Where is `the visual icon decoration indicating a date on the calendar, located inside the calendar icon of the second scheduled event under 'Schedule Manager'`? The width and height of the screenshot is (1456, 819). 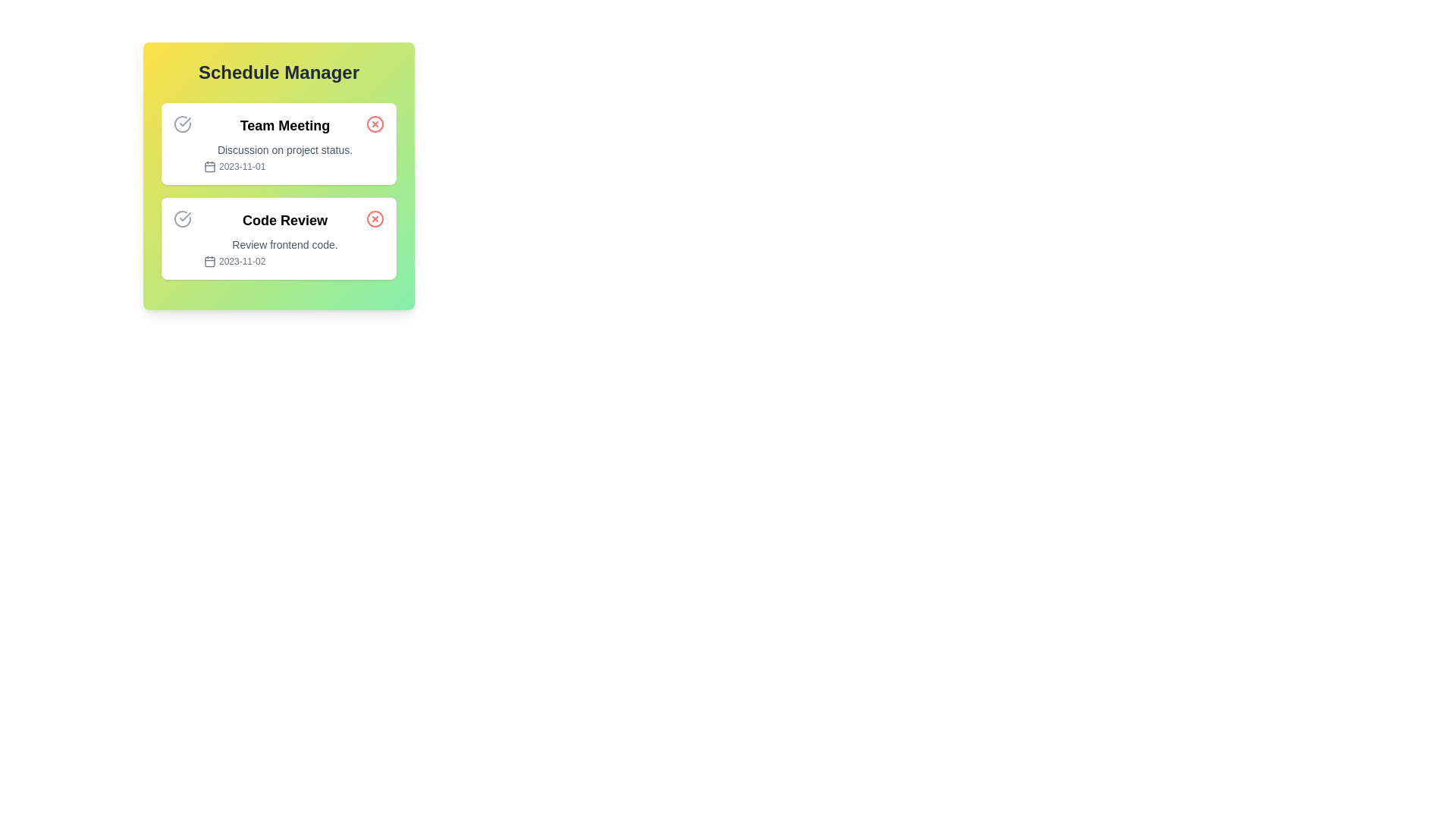 the visual icon decoration indicating a date on the calendar, located inside the calendar icon of the second scheduled event under 'Schedule Manager' is located at coordinates (209, 260).